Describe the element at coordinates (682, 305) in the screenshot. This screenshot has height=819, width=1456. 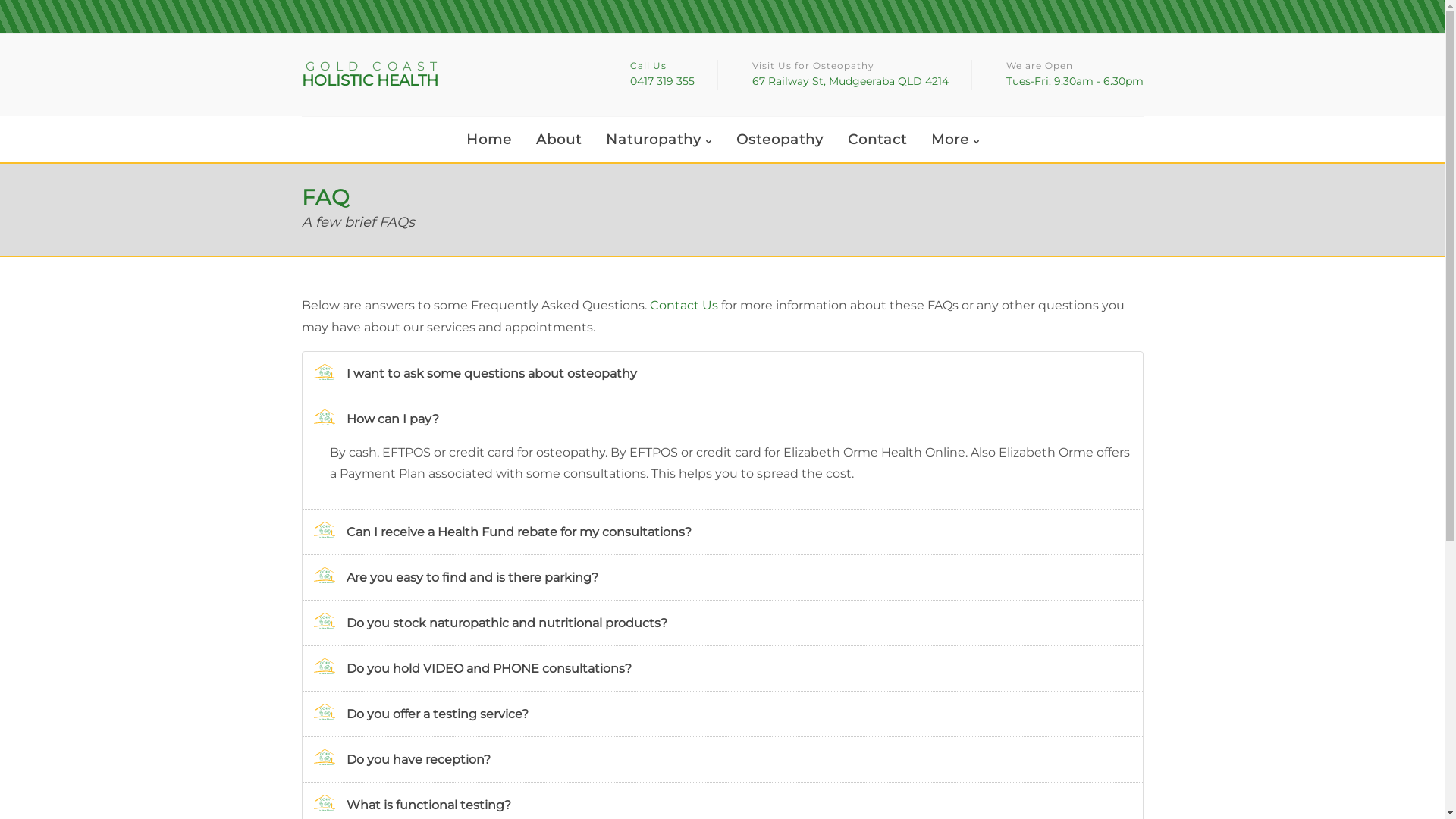
I see `'Contact Us'` at that location.